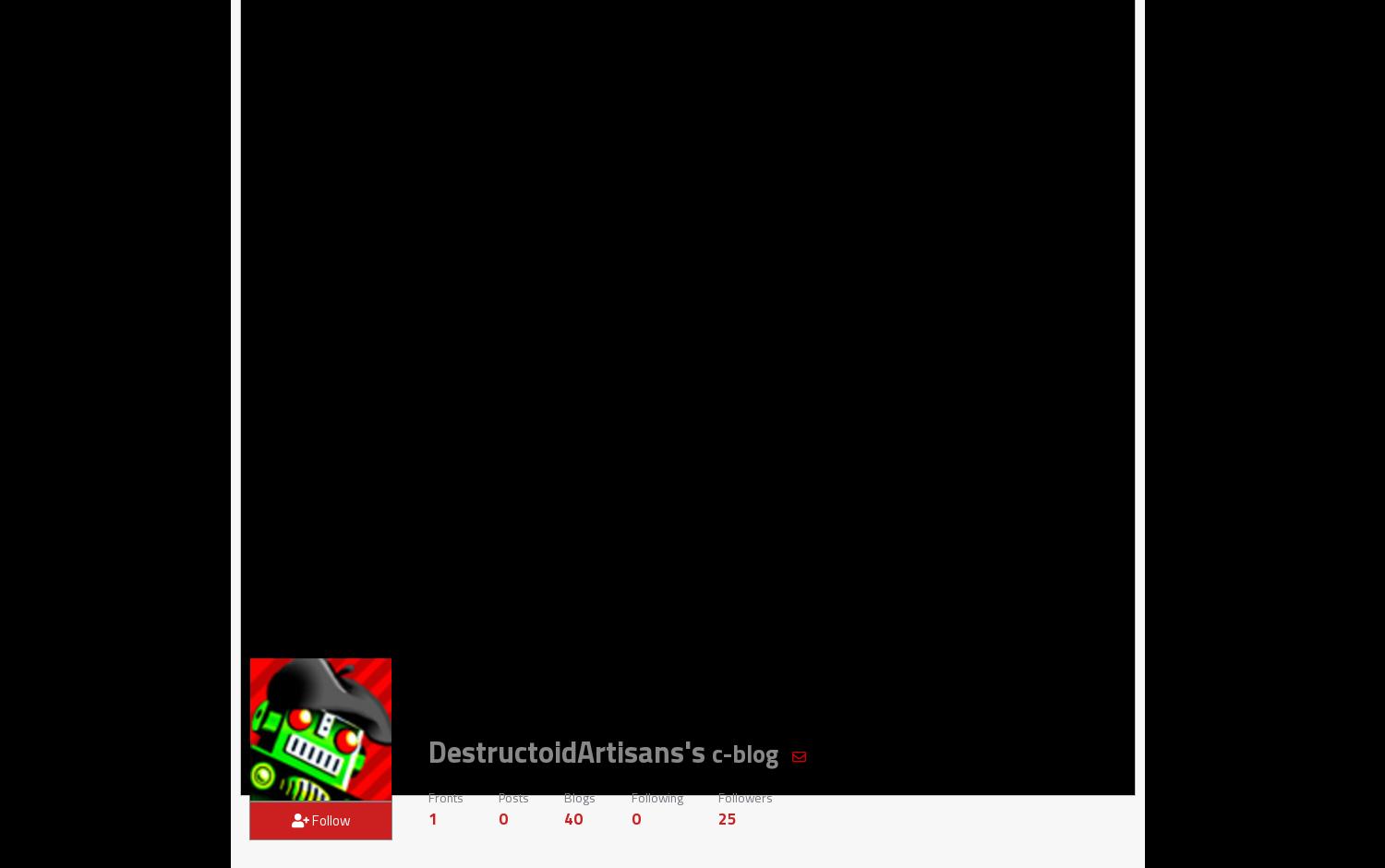 Image resolution: width=1385 pixels, height=868 pixels. I want to click on '25', so click(727, 818).